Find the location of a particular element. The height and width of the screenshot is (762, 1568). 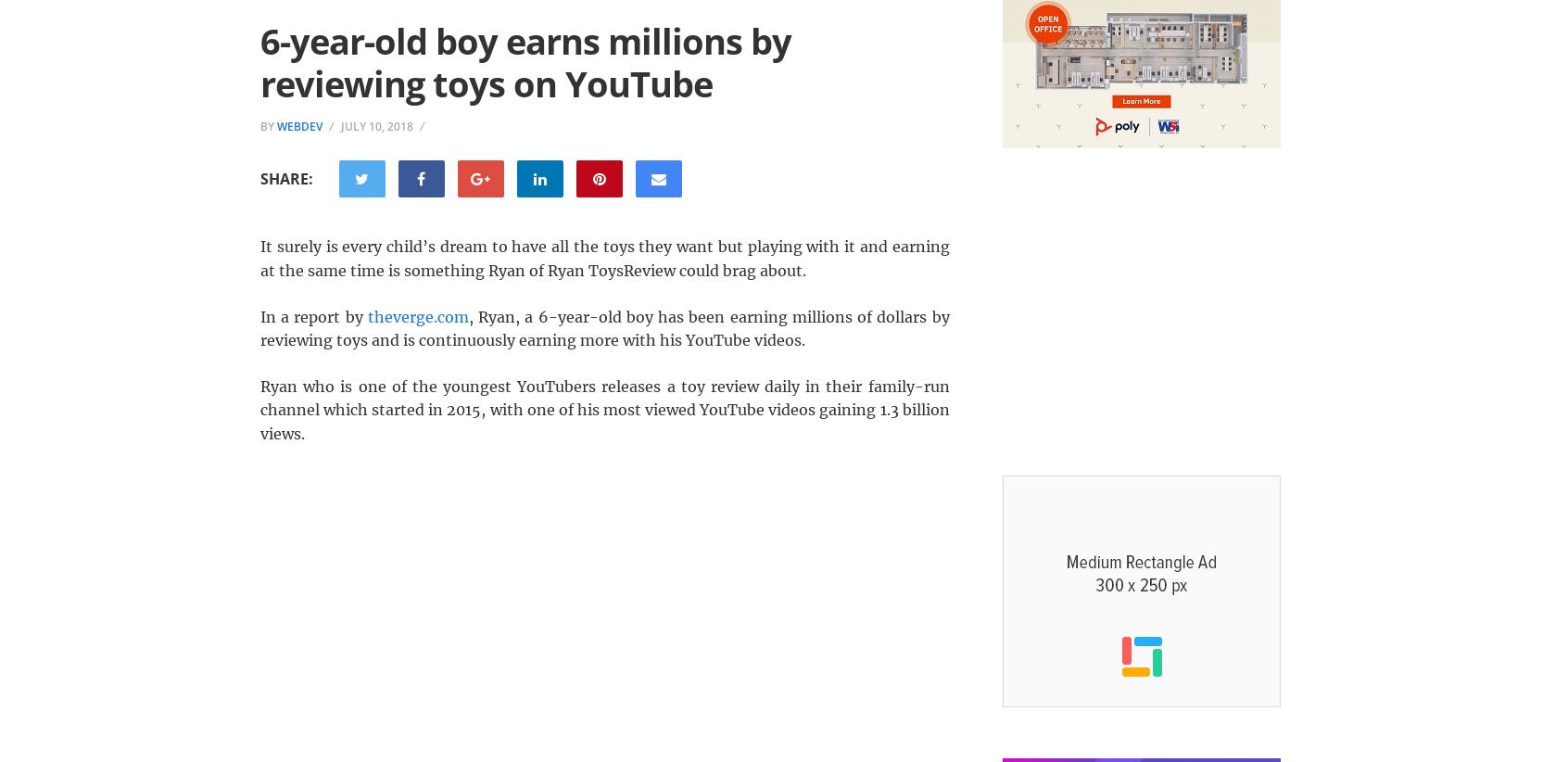

'theverge.com' is located at coordinates (416, 314).